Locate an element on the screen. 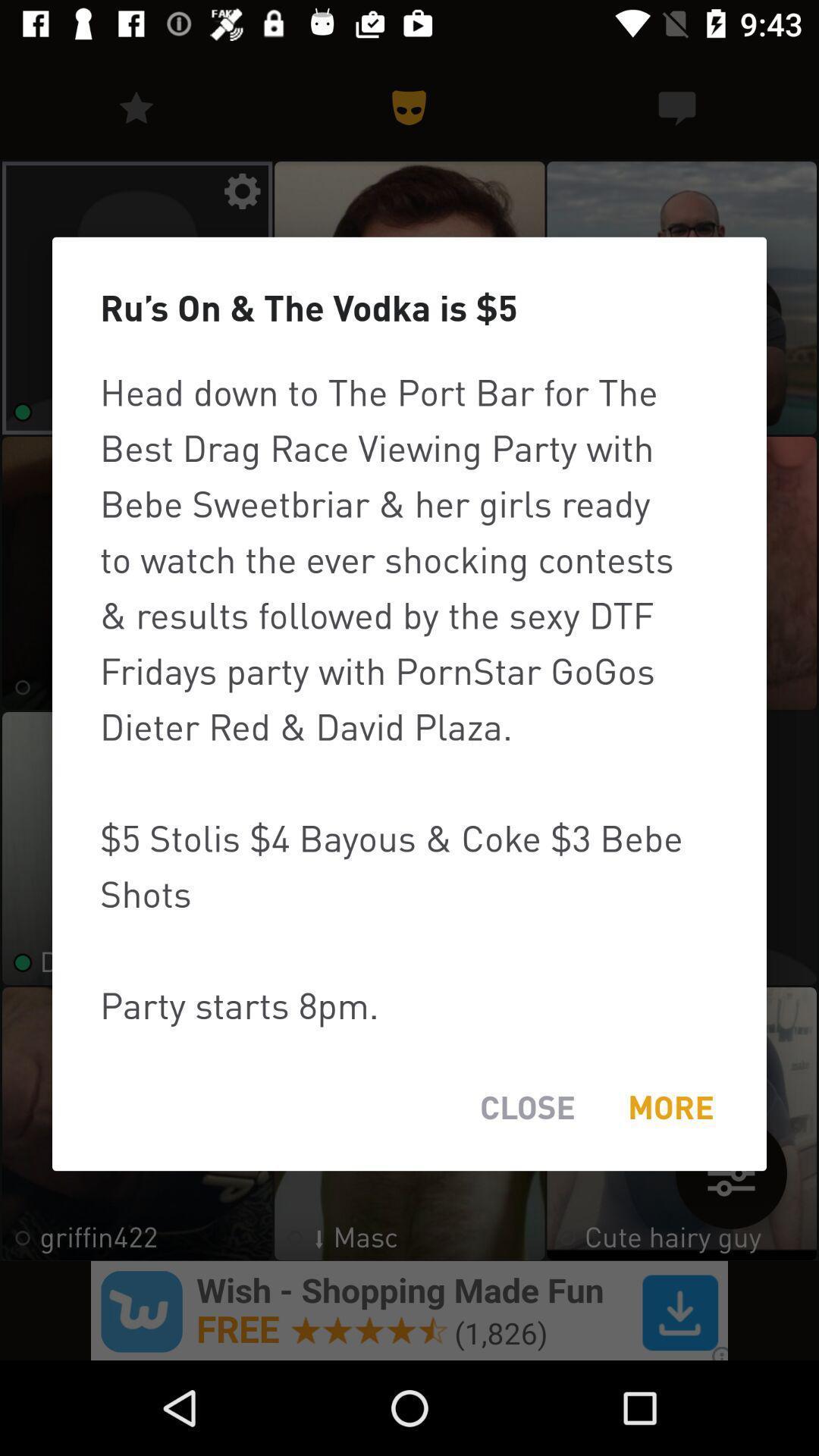 The width and height of the screenshot is (819, 1456). item at the center is located at coordinates (409, 698).